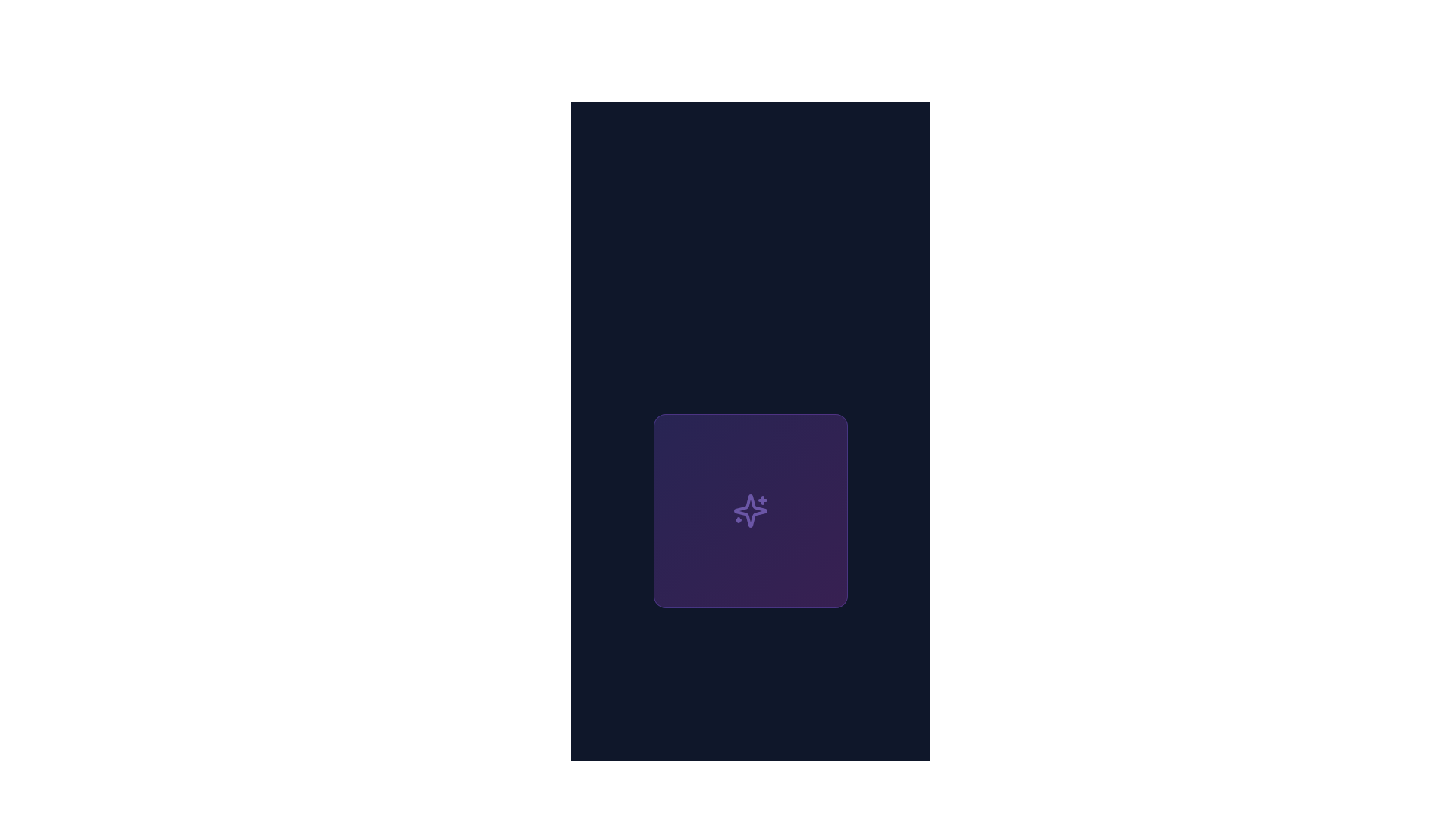  I want to click on the rounded square block with a gradient background transitioning between violet and fuchsia shades, featuring a sparkle icon in the center, so click(750, 511).